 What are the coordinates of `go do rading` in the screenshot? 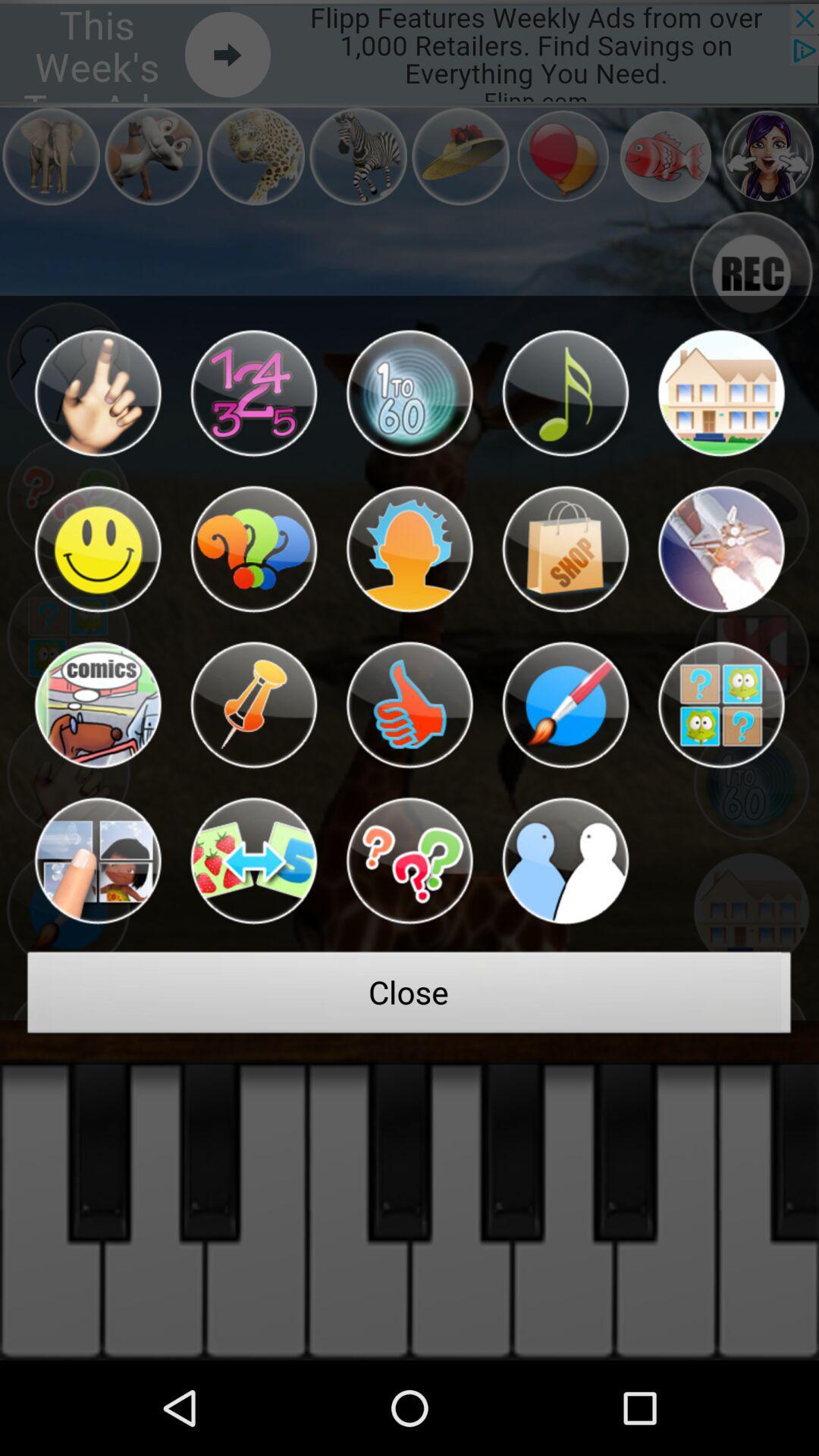 It's located at (720, 393).